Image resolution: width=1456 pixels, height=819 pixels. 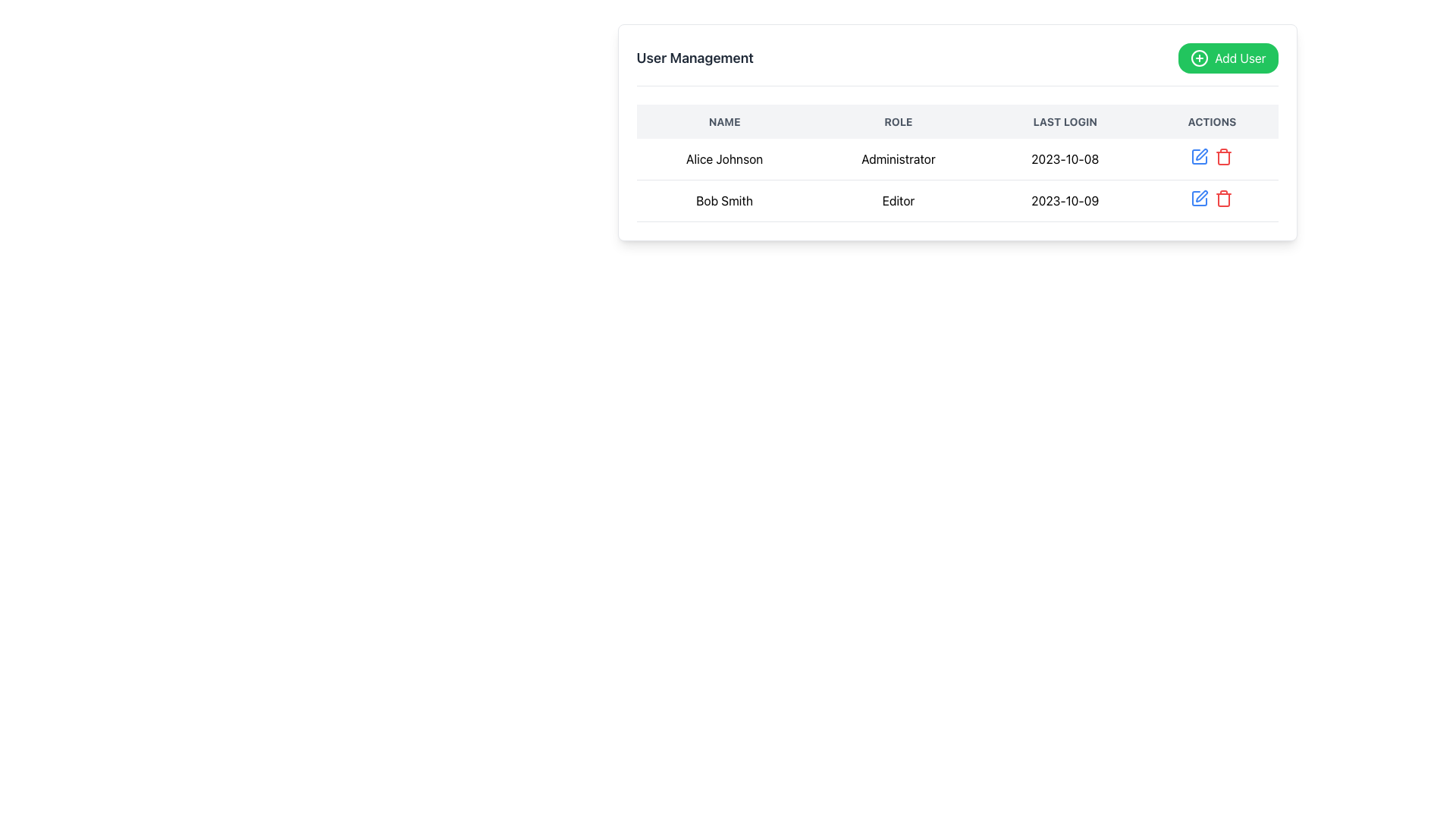 What do you see at coordinates (956, 179) in the screenshot?
I see `the first table row displaying 'Alice Johnson', 'Administrator', and '2023-10-08'` at bounding box center [956, 179].